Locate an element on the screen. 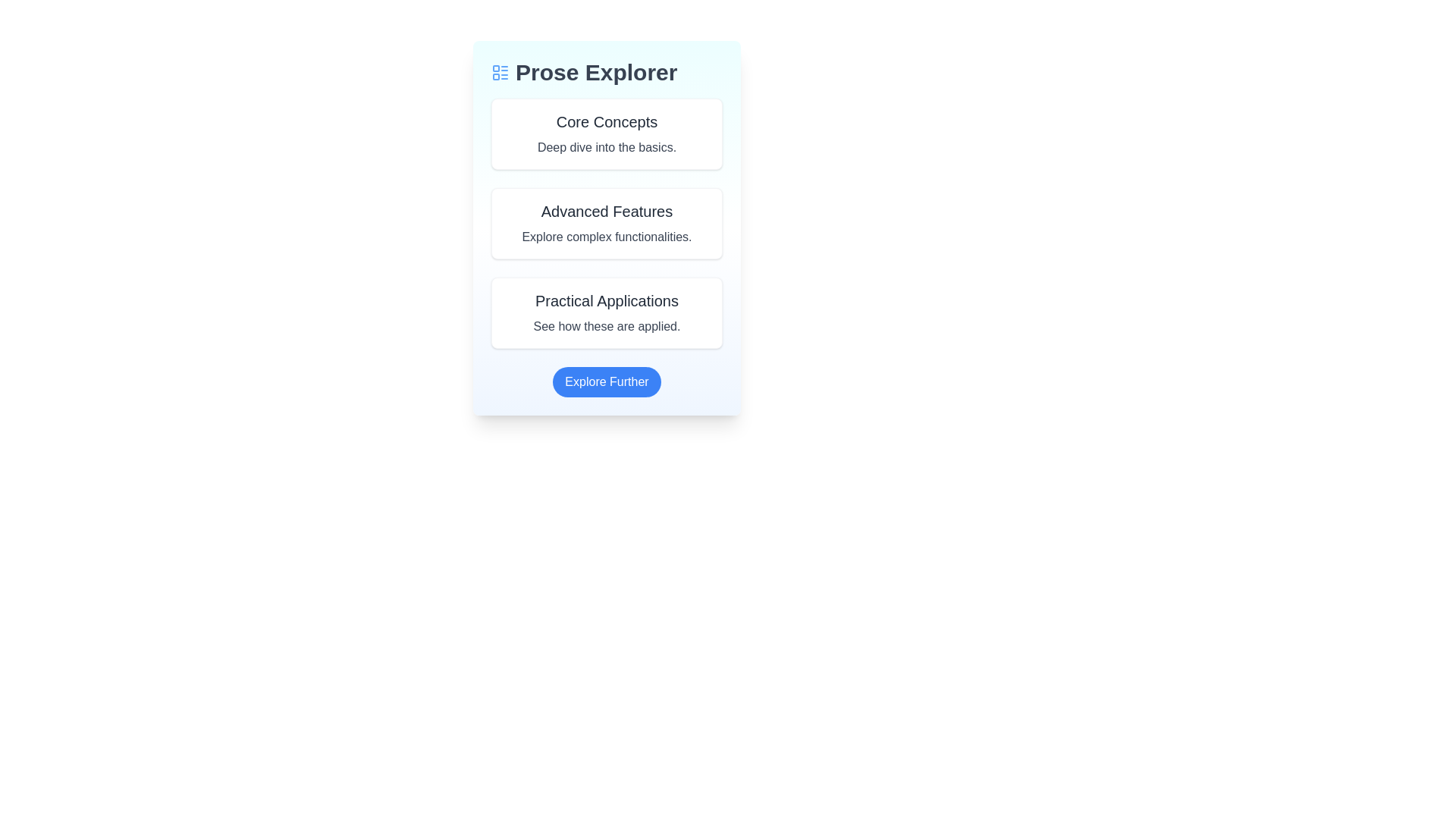 This screenshot has width=1456, height=819. the text label reading 'Deep dive into the basics.' which is styled in a smaller font size and located beneath the title 'Core Concepts' is located at coordinates (607, 148).